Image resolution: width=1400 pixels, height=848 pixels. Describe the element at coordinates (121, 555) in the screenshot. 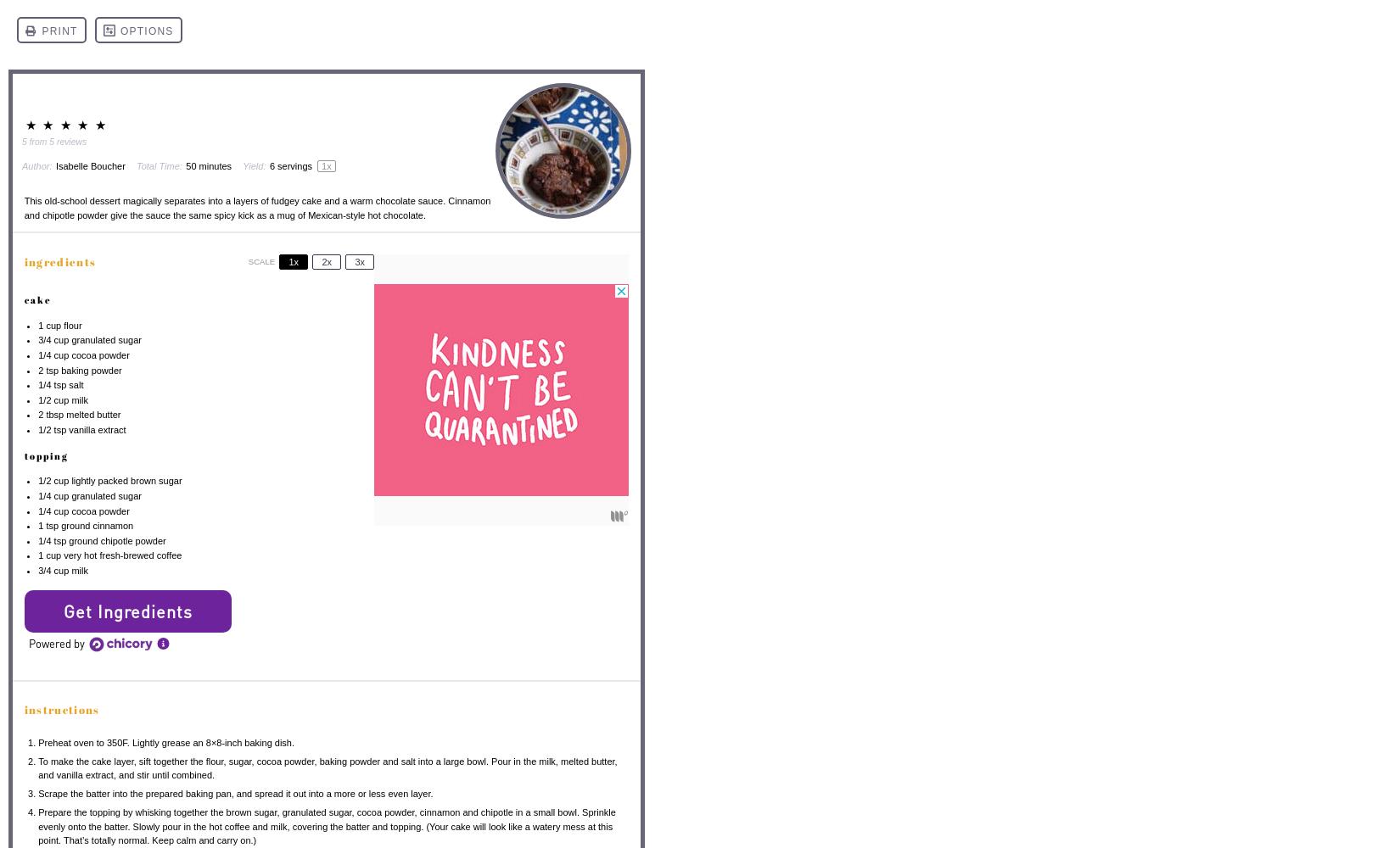

I see `'very hot fresh-brewed coffee'` at that location.